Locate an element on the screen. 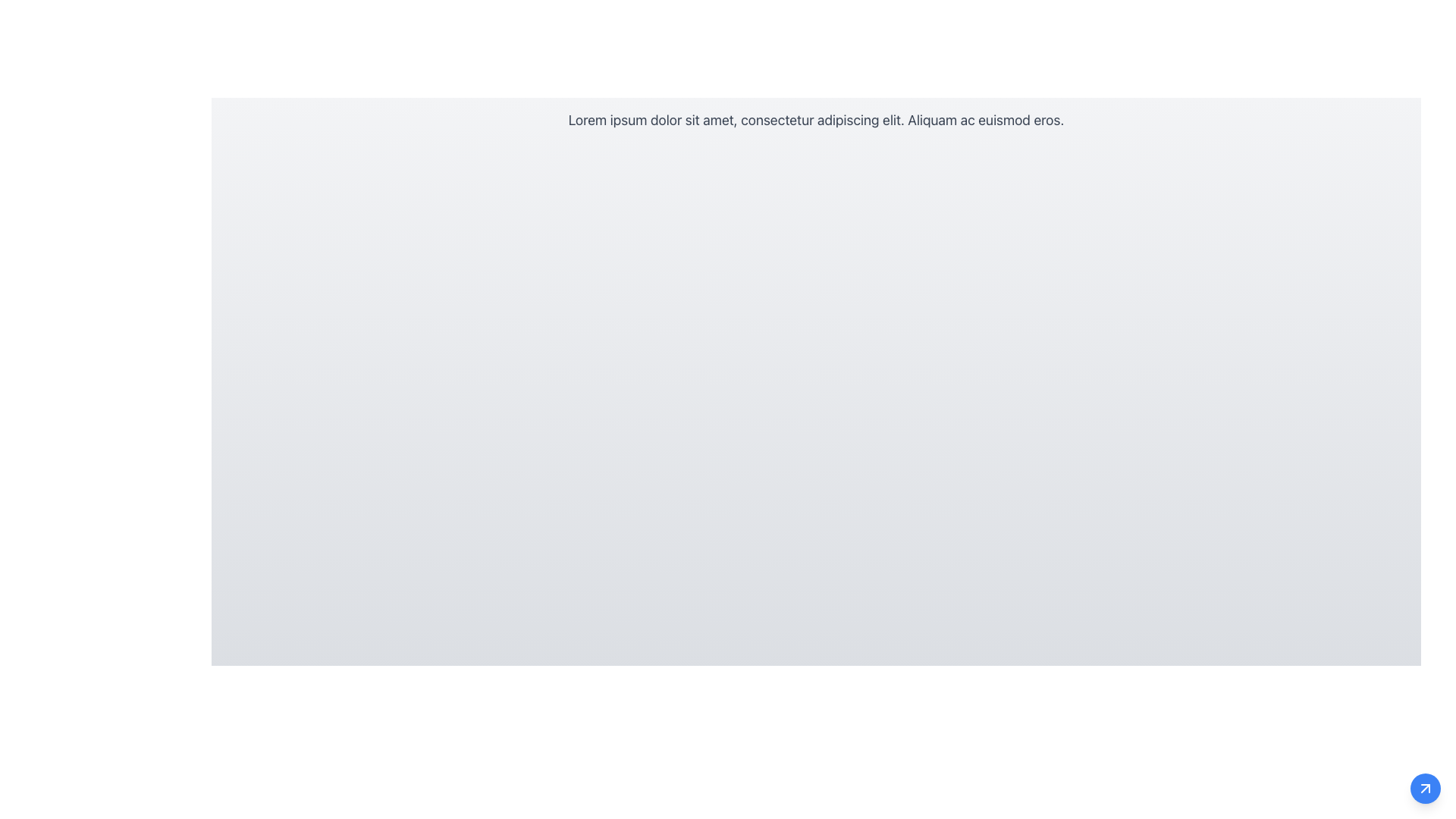 The width and height of the screenshot is (1456, 819). the icon located inside the circular blue button in the bottom-right corner is located at coordinates (1425, 788).